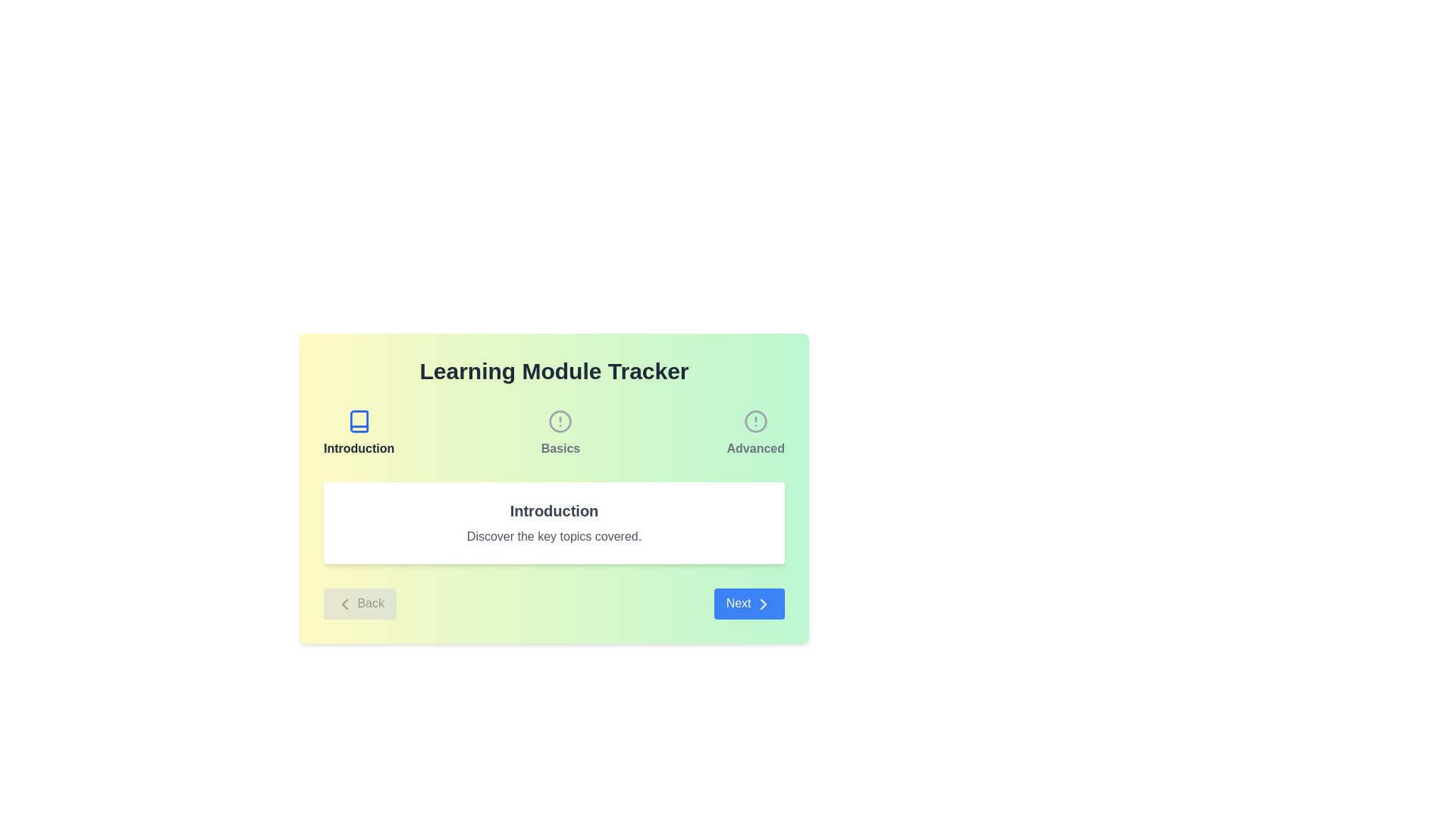  Describe the element at coordinates (755, 433) in the screenshot. I see `the 'Advanced' icon with accompanying text label in the selector module` at that location.